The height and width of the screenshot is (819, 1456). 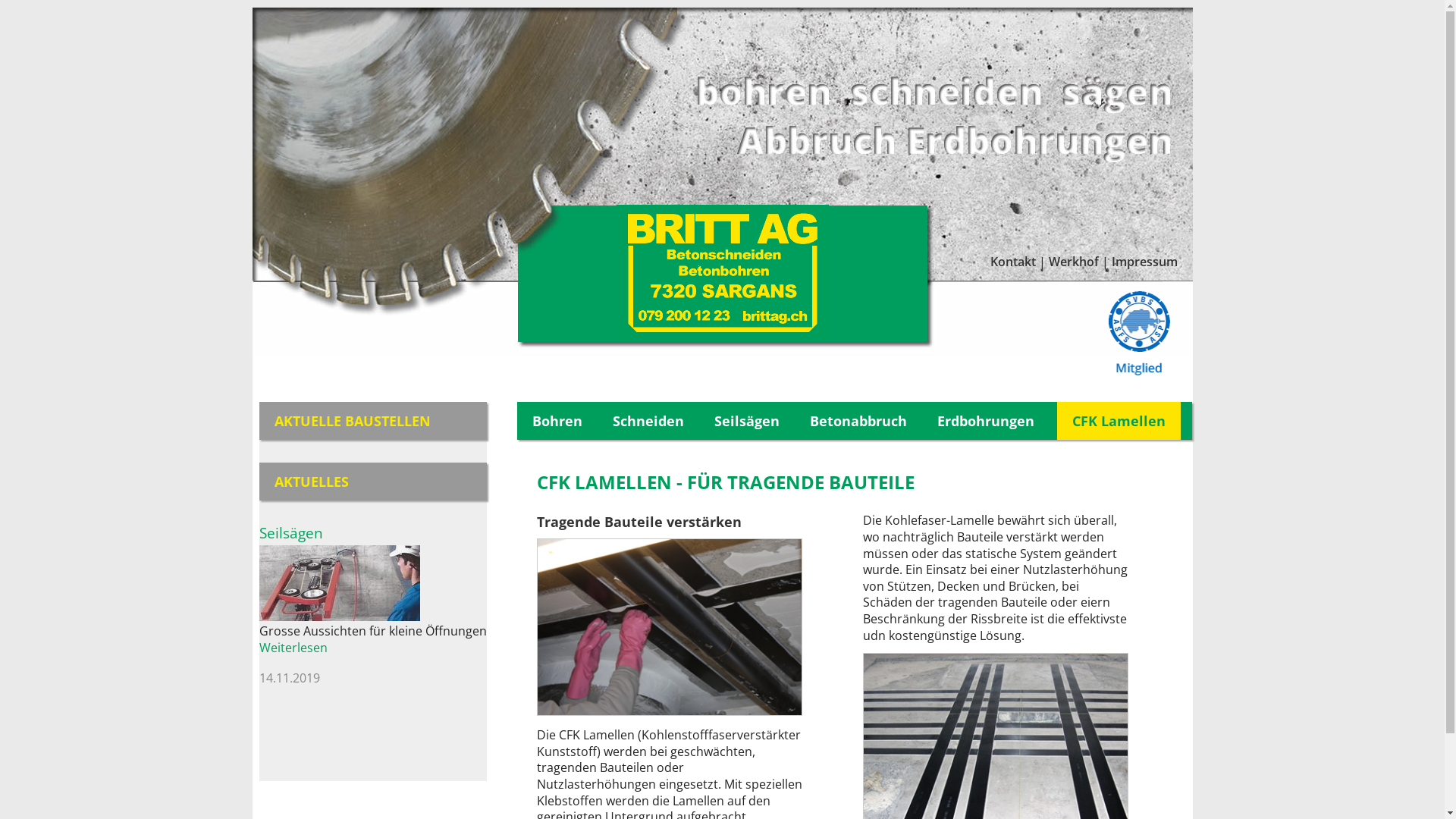 I want to click on 'Schneiden', so click(x=648, y=421).